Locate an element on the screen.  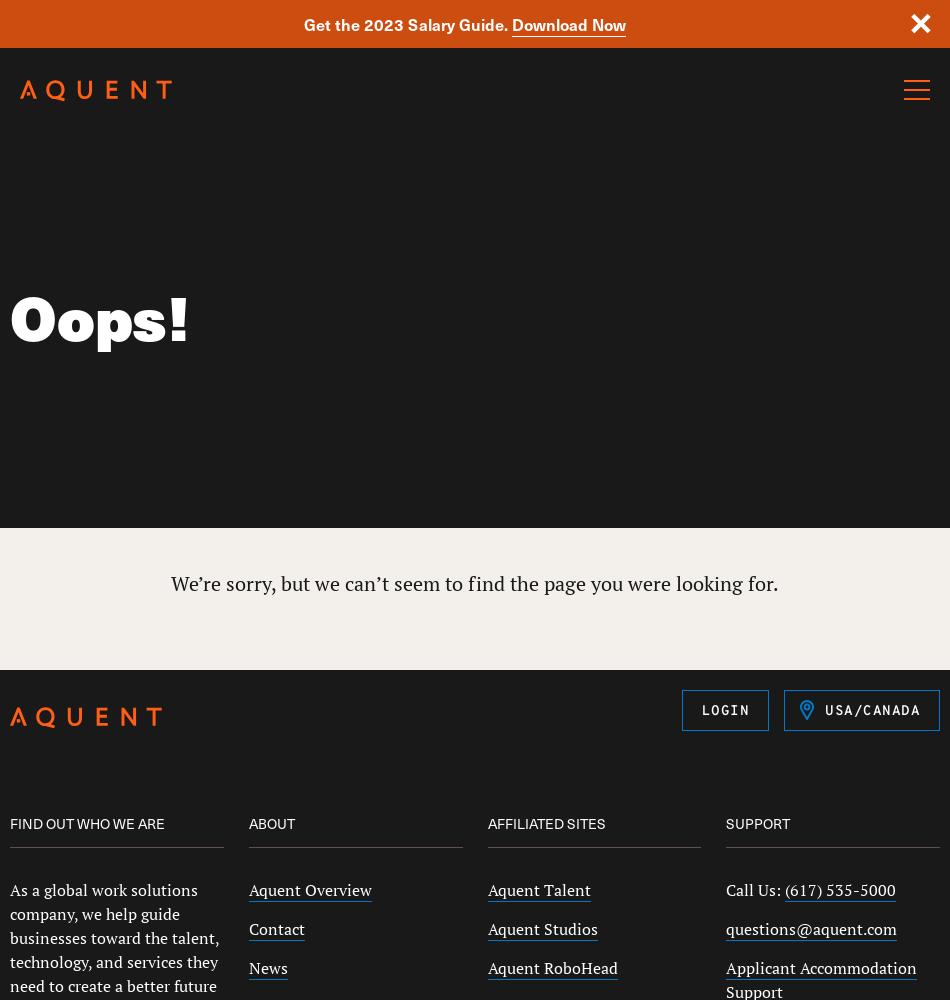
'Aquent Studios' is located at coordinates (486, 929).